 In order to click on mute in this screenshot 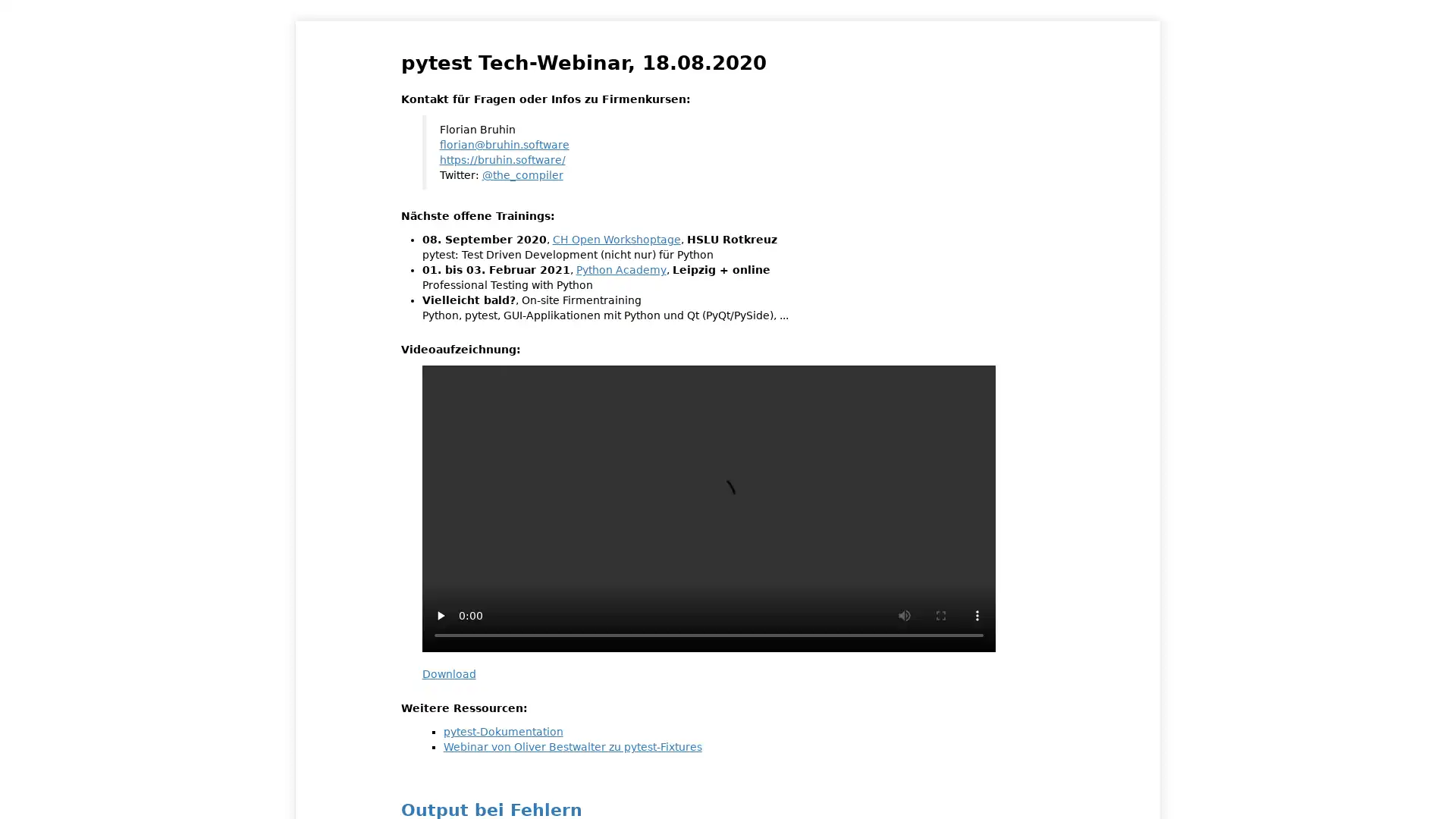, I will do `click(903, 616)`.